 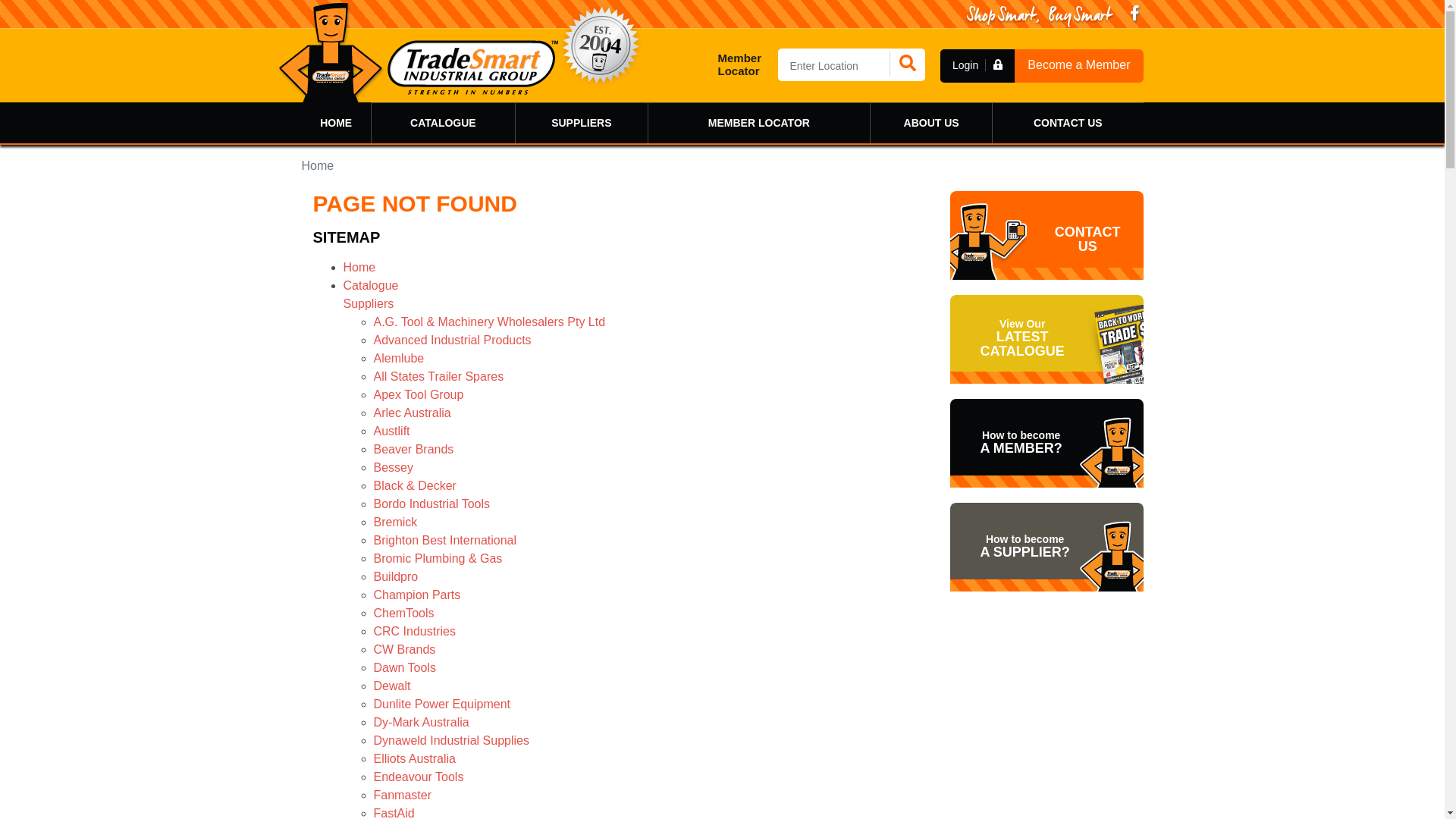 What do you see at coordinates (1045, 338) in the screenshot?
I see `'View Our` at bounding box center [1045, 338].